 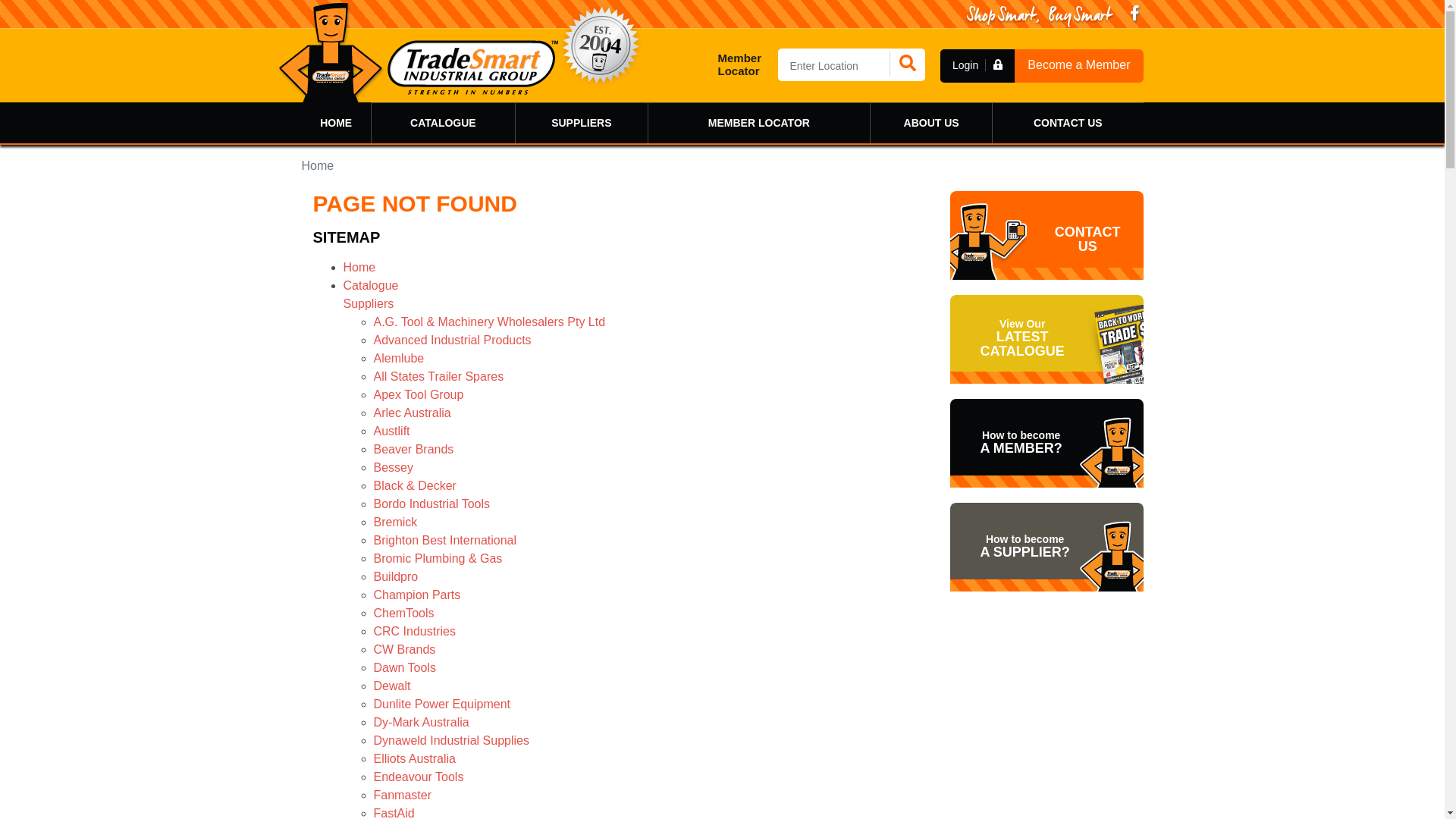 What do you see at coordinates (1045, 338) in the screenshot?
I see `'View Our` at bounding box center [1045, 338].